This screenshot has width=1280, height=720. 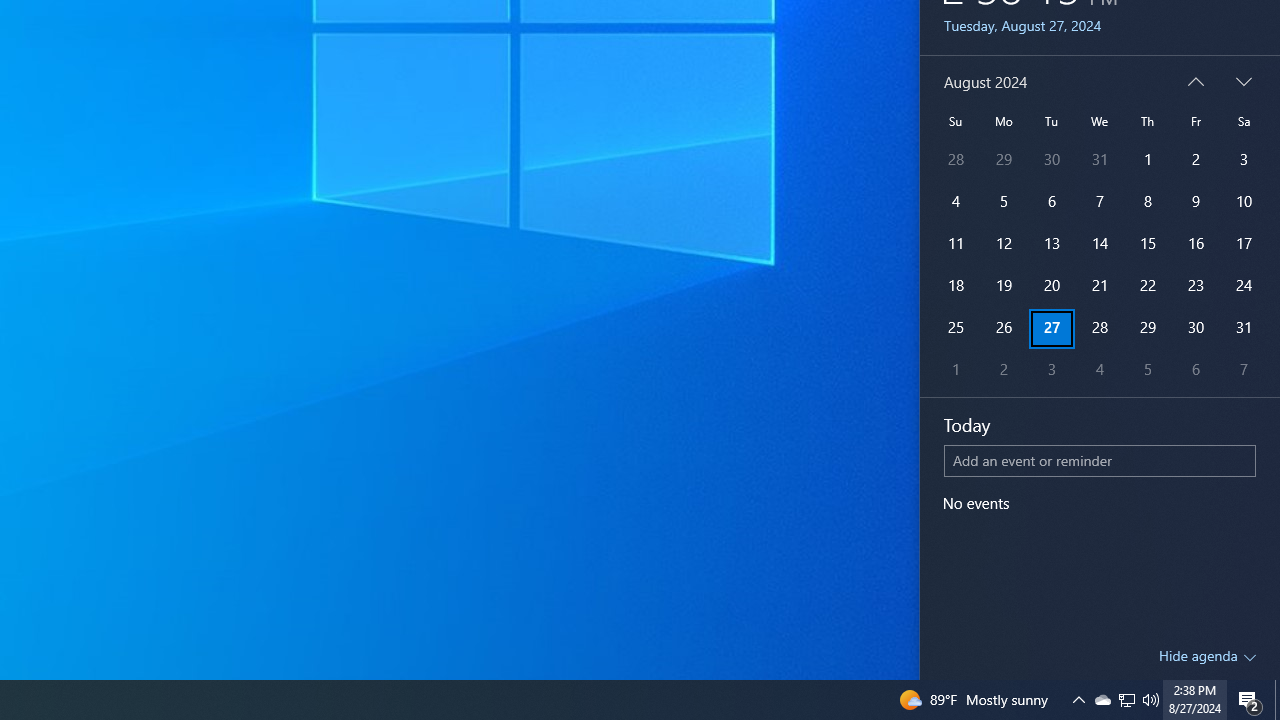 What do you see at coordinates (1243, 243) in the screenshot?
I see `'17'` at bounding box center [1243, 243].